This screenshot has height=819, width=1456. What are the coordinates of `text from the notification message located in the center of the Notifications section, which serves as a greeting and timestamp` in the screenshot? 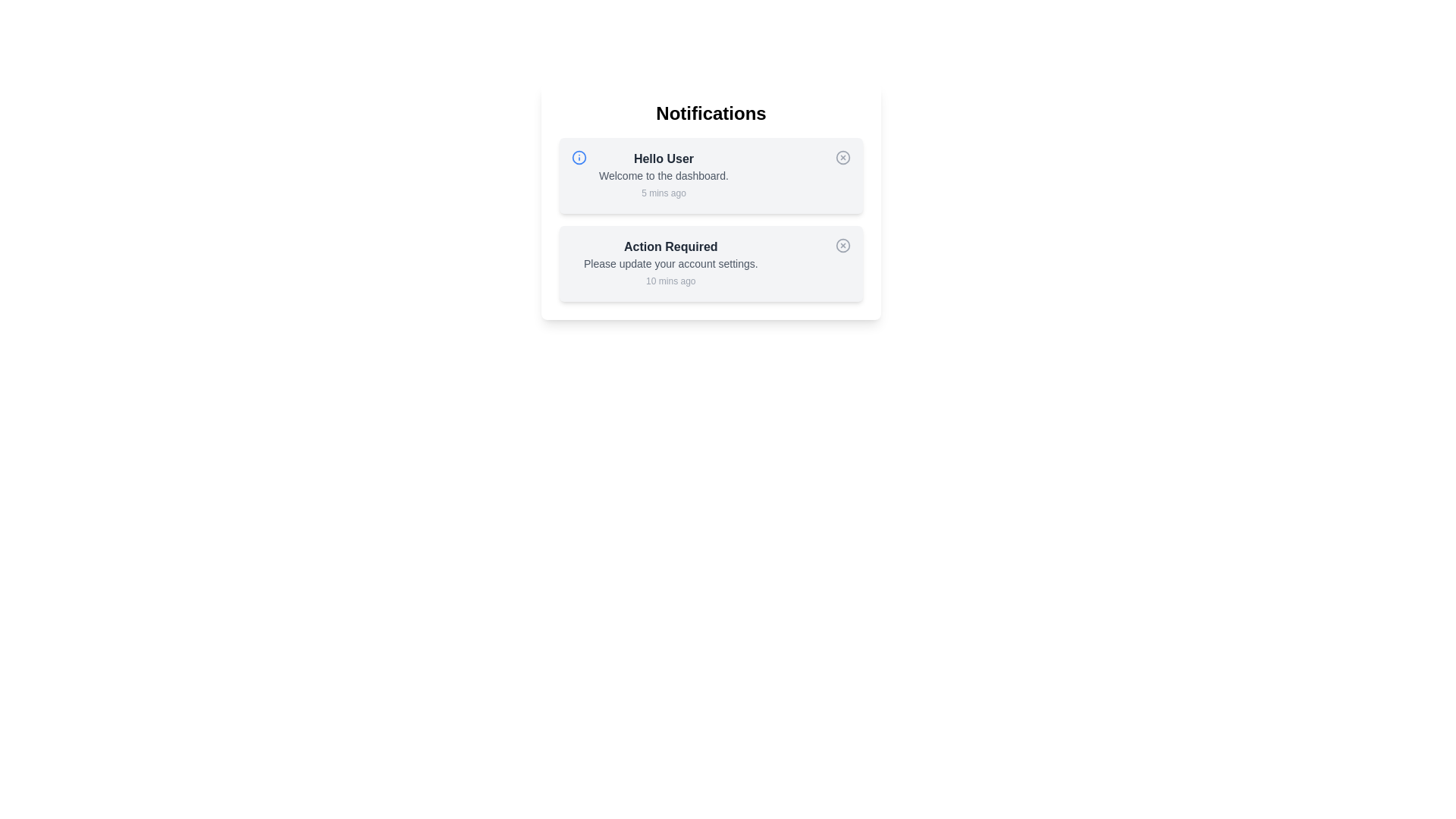 It's located at (664, 174).